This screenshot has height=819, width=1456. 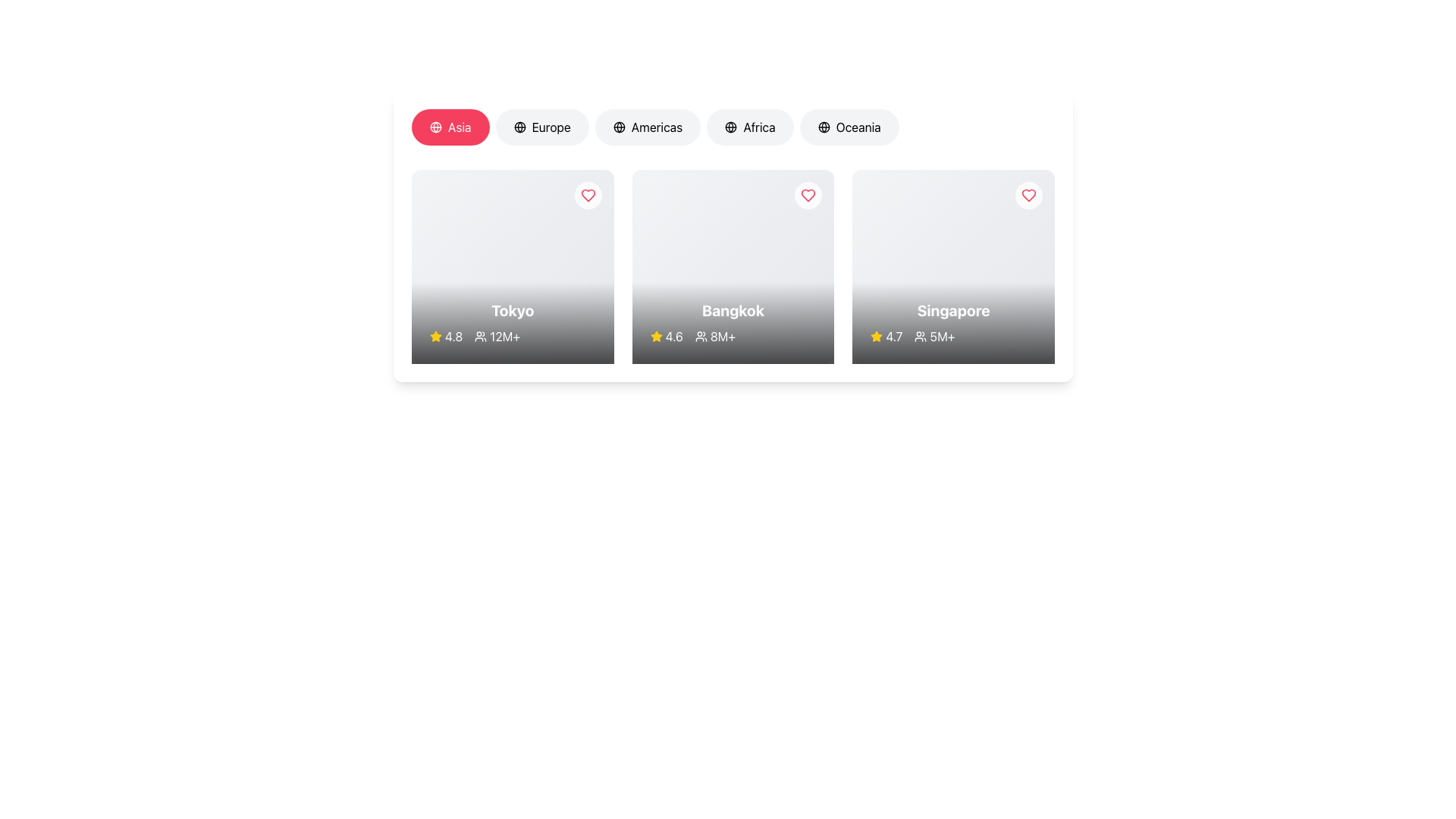 I want to click on the yellow star icon that indicates a rating, which is positioned immediately to the left of the text '4.7', so click(x=877, y=335).